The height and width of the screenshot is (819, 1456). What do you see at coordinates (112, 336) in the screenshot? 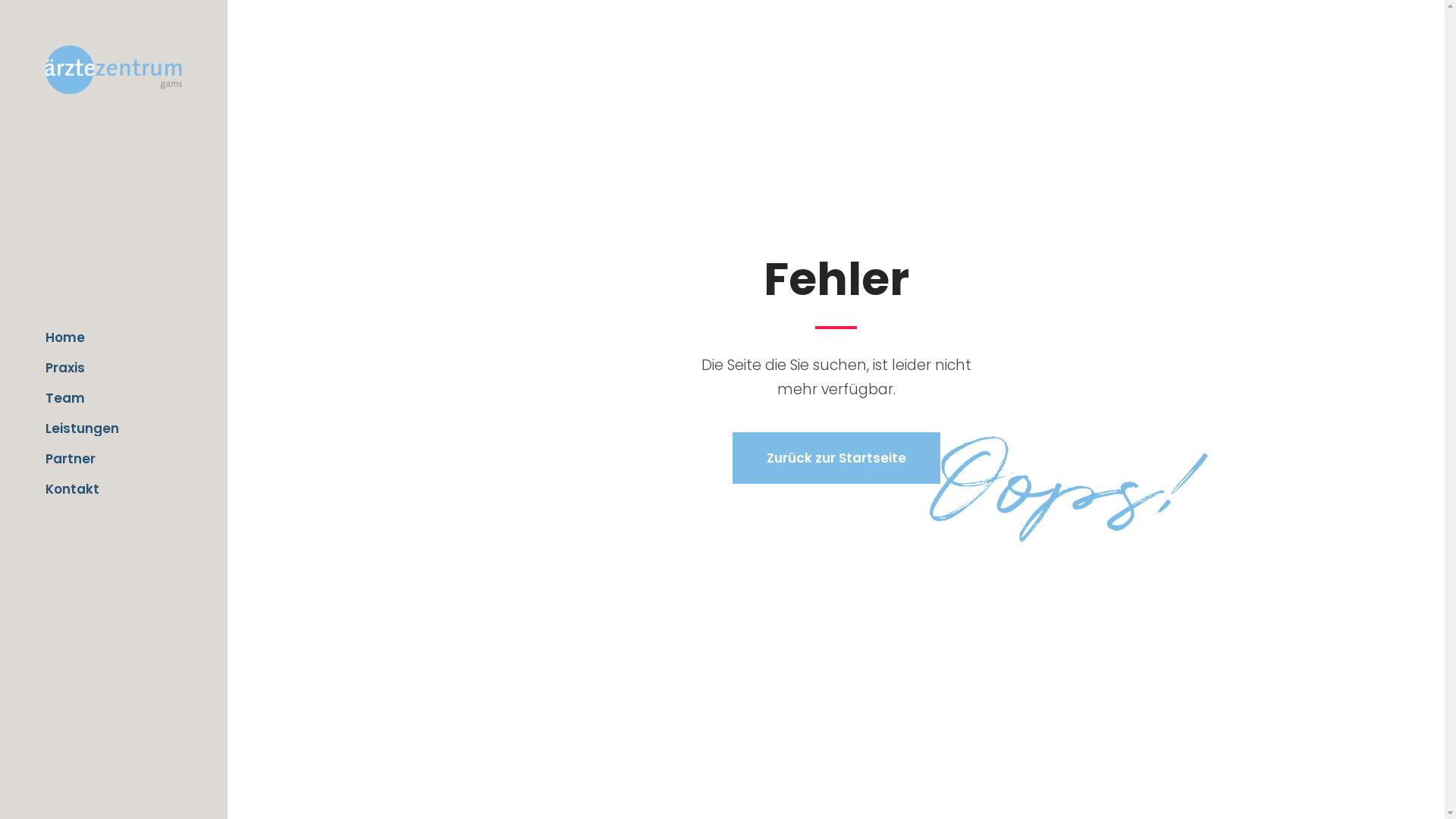
I see `'Home'` at bounding box center [112, 336].